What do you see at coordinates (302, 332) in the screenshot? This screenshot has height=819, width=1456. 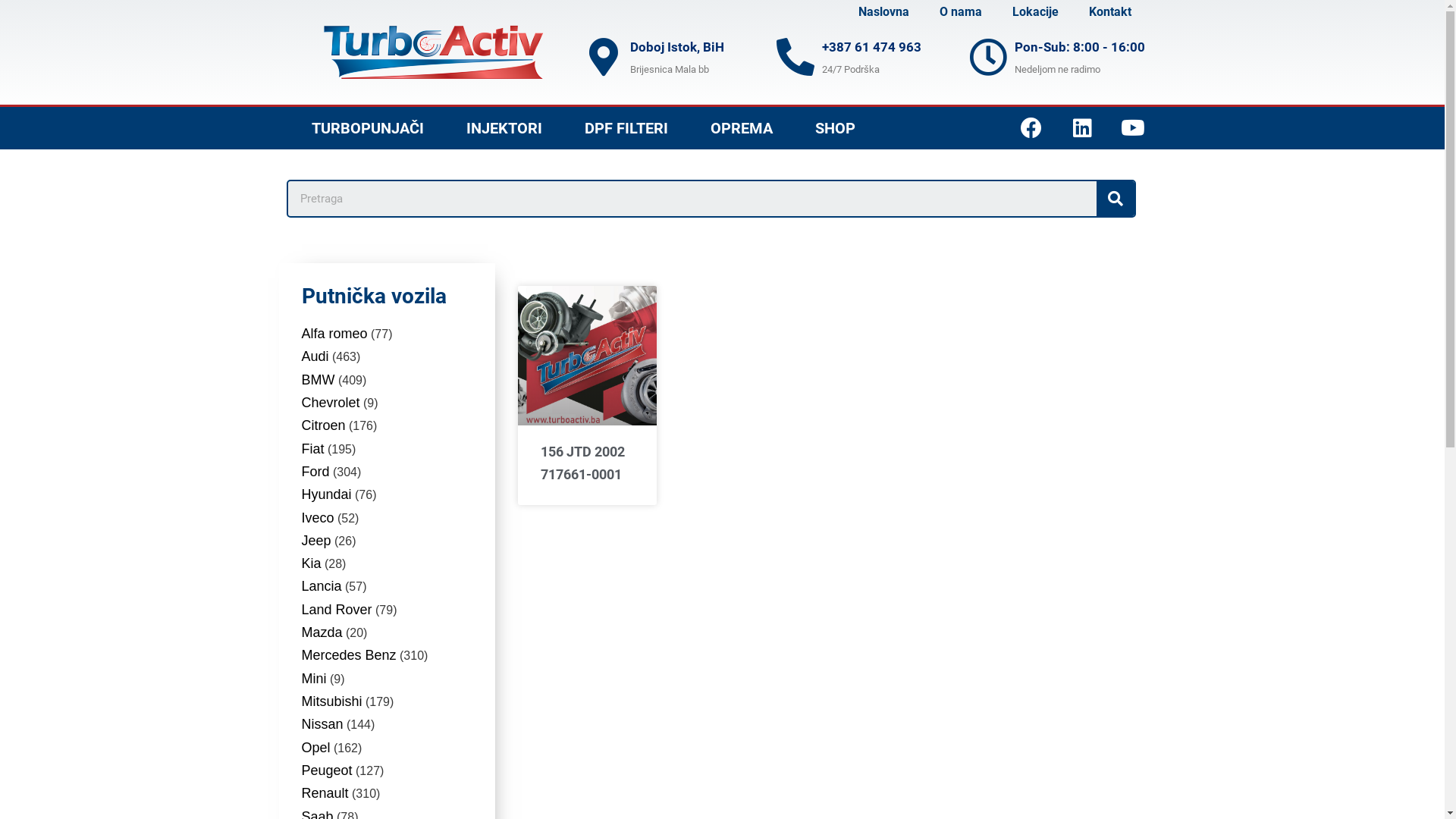 I see `'Alfa romeo'` at bounding box center [302, 332].